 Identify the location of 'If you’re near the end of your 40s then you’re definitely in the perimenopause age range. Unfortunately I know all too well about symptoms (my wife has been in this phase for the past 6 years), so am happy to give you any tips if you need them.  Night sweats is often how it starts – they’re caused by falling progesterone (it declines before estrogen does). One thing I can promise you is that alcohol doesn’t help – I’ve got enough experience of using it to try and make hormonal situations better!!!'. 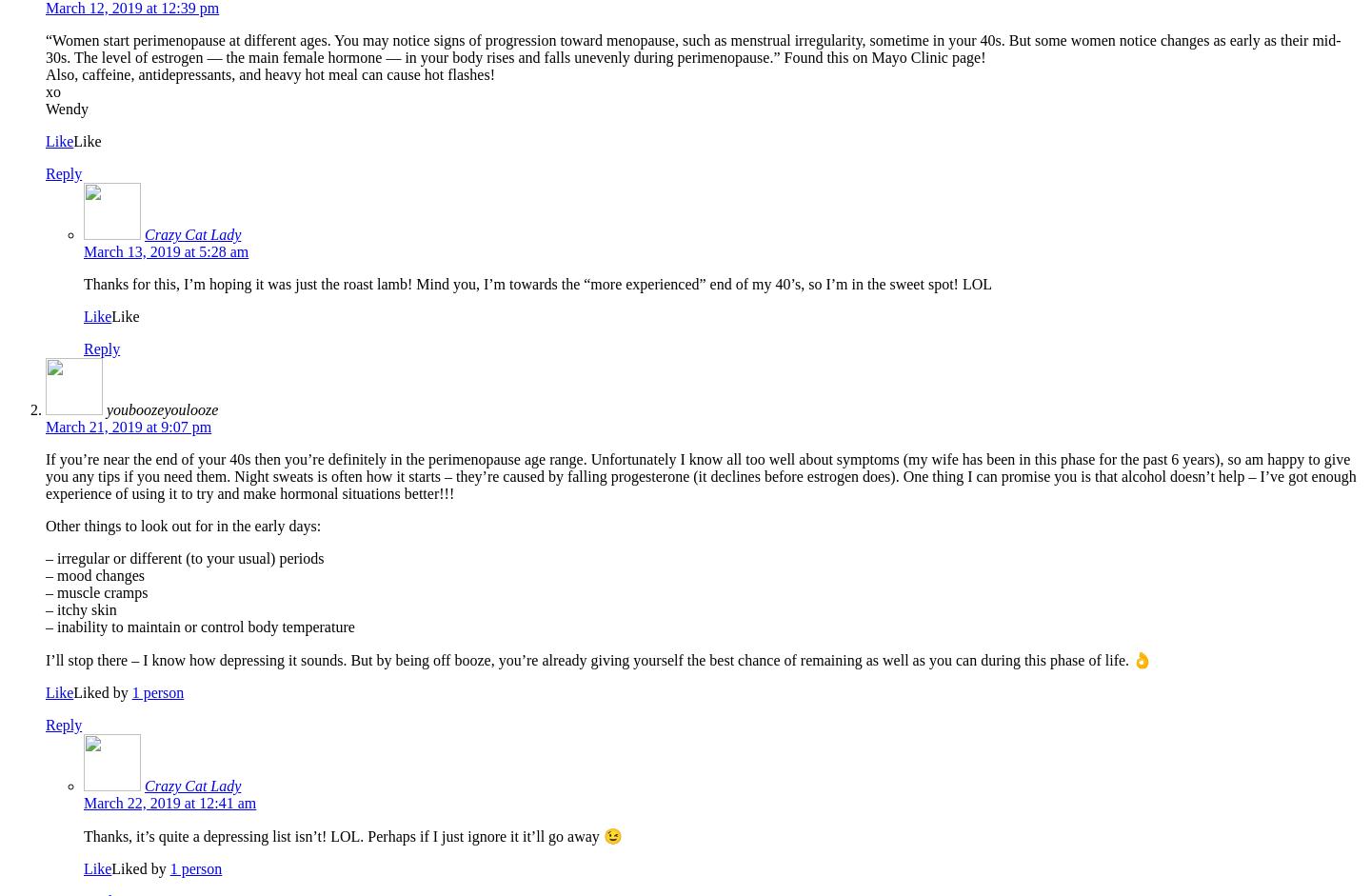
(699, 475).